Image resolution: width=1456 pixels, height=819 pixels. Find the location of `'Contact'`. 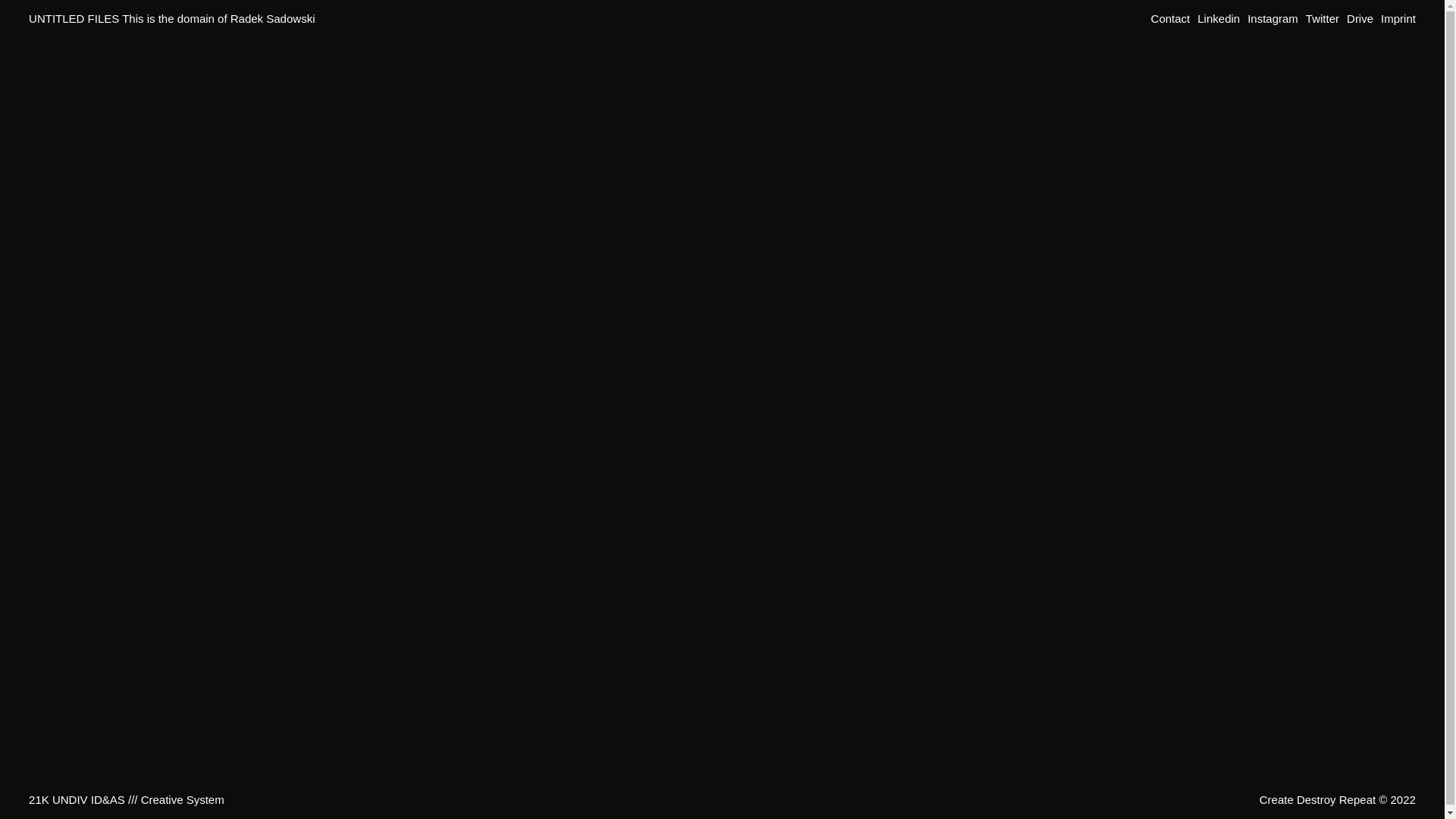

'Contact' is located at coordinates (1170, 18).